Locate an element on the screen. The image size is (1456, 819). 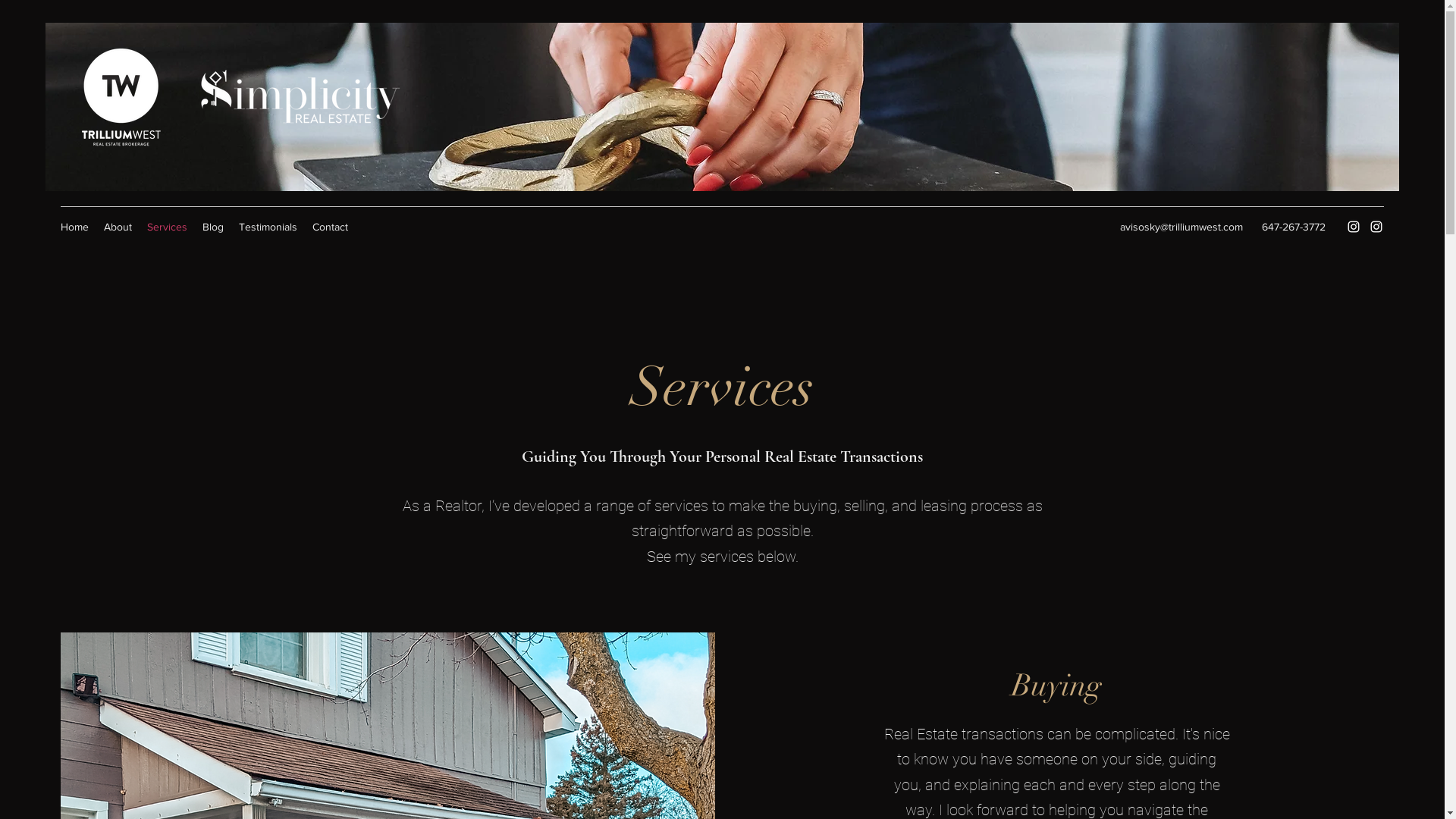
'Services' is located at coordinates (167, 227).